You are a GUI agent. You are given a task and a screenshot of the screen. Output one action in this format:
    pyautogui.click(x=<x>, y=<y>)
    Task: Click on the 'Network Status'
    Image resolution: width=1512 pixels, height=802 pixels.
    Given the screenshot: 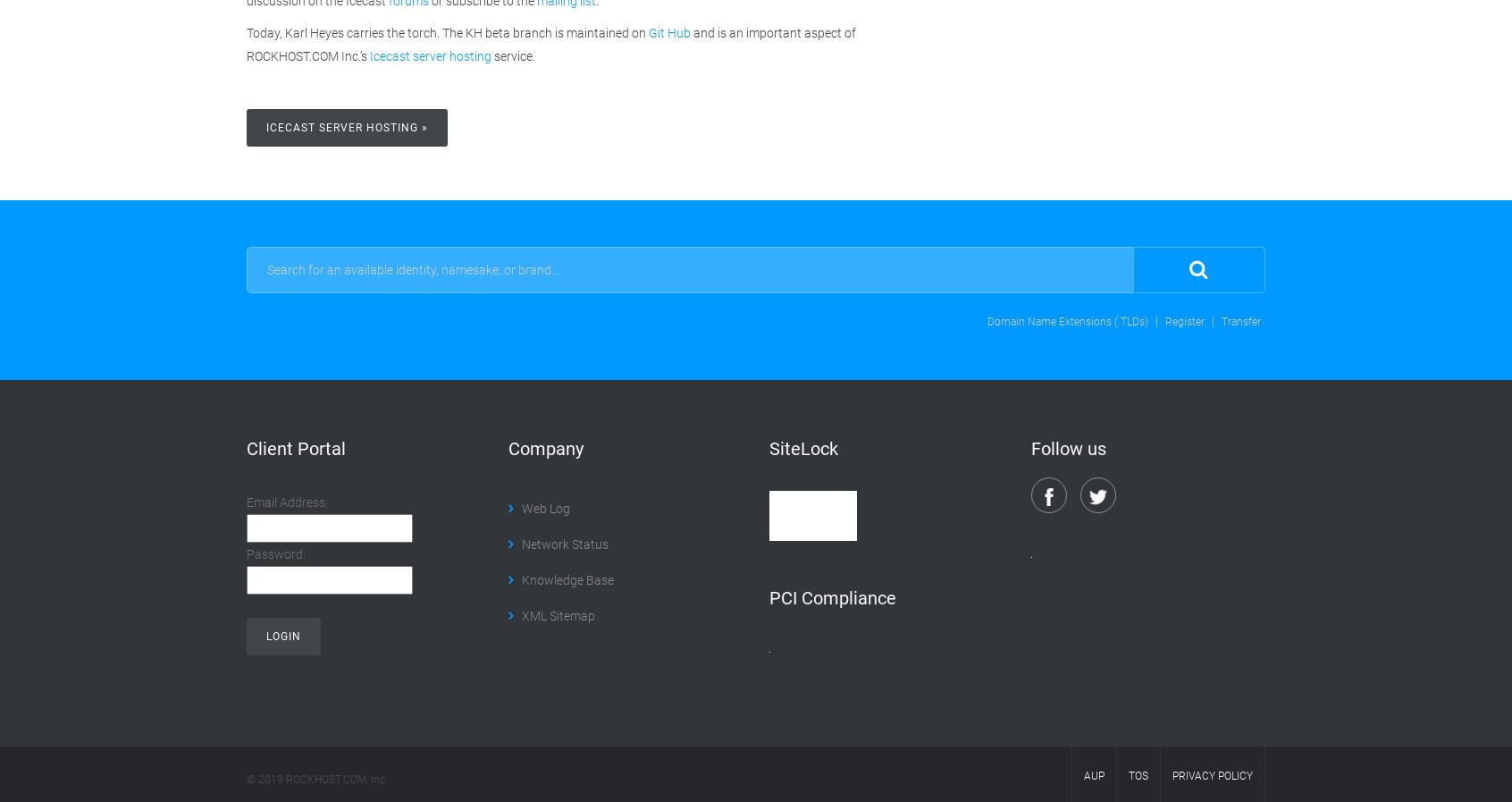 What is the action you would take?
    pyautogui.click(x=520, y=543)
    